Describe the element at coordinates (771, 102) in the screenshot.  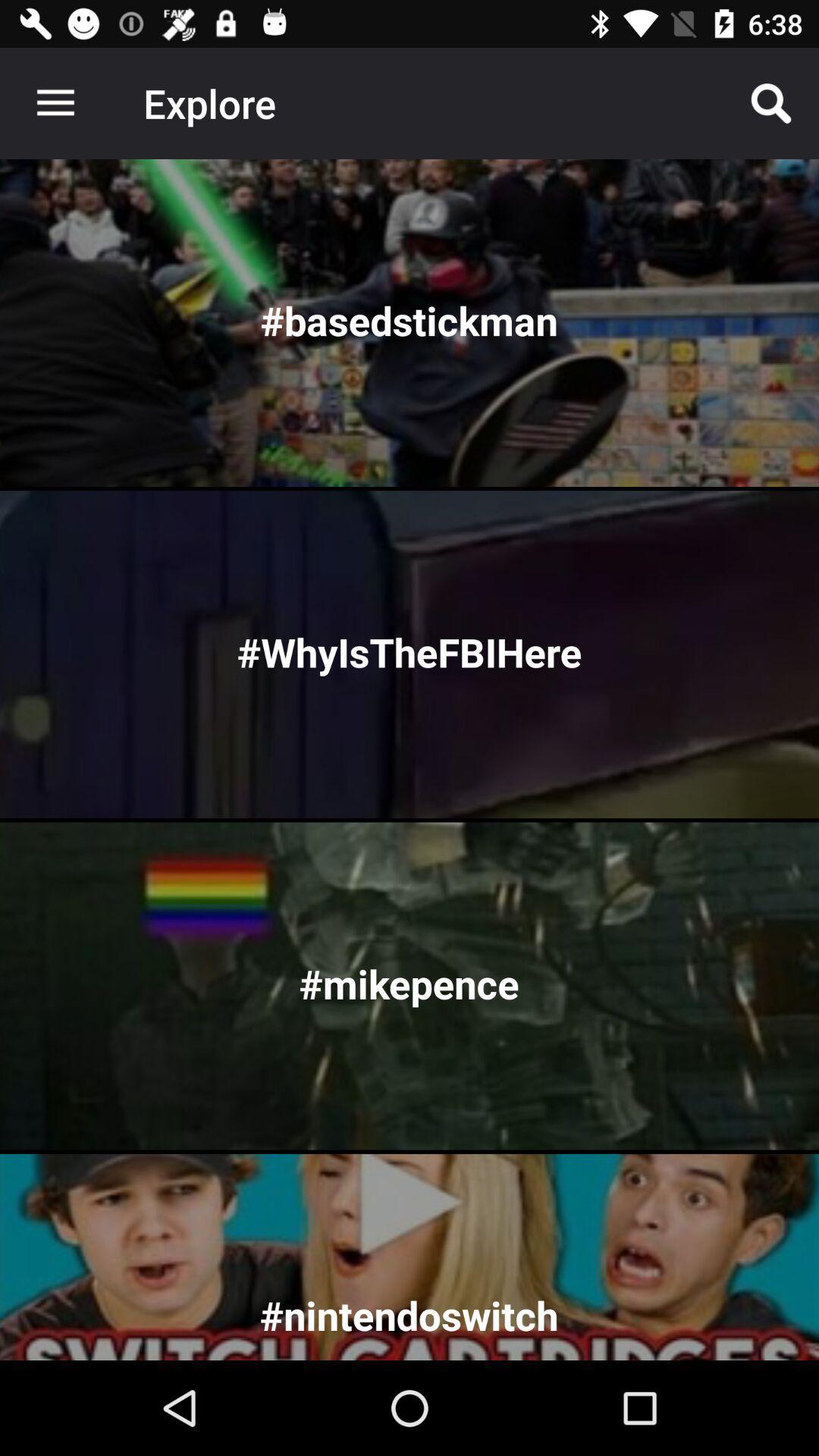
I see `icon to the right of explore` at that location.